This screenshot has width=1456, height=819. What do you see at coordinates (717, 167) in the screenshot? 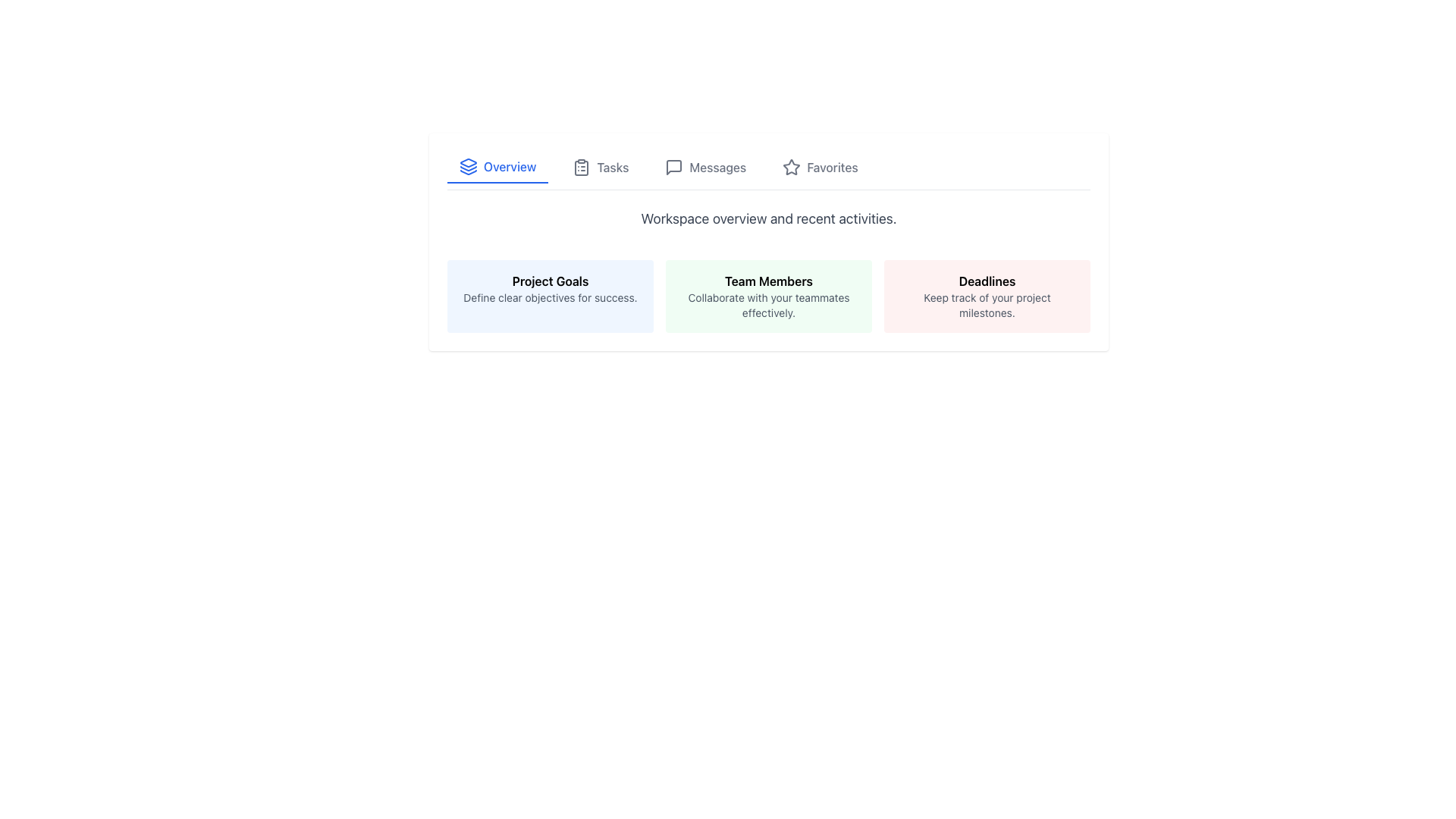
I see `the 'Messages' text label in the navigation bar, which is positioned between the 'Tasks' and 'Favorites' labels` at bounding box center [717, 167].